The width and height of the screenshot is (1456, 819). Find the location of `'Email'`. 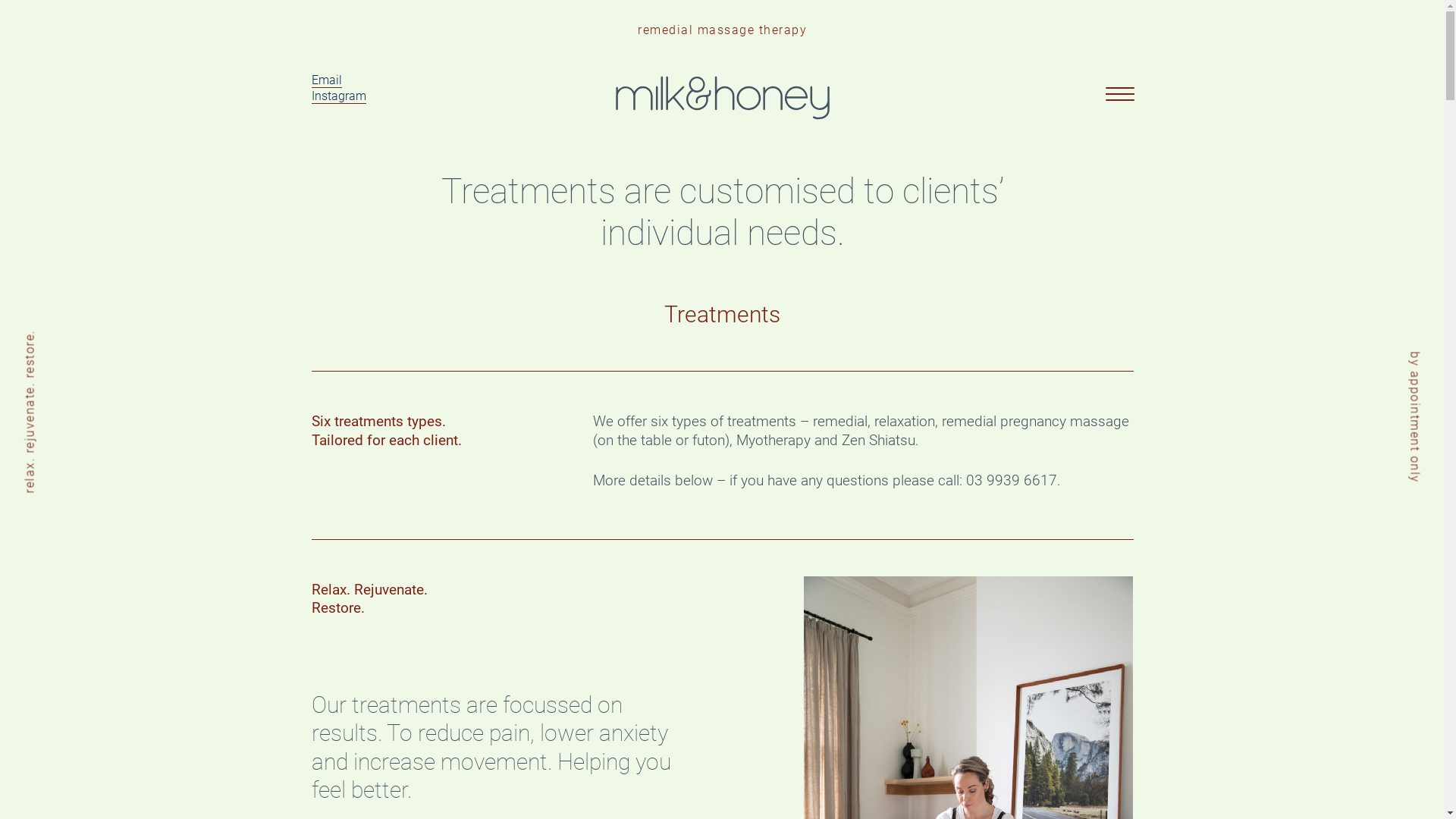

'Email' is located at coordinates (325, 80).